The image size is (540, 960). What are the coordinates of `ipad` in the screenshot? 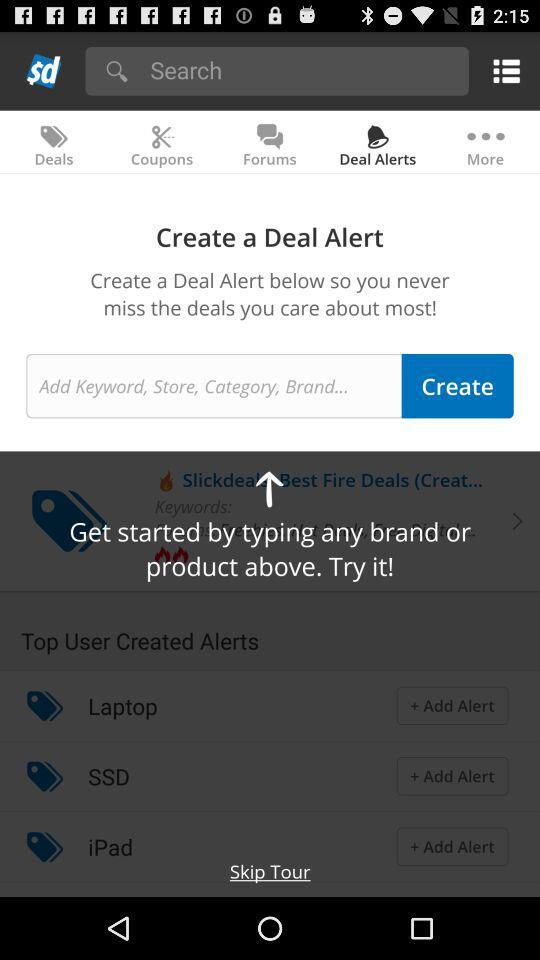 It's located at (110, 845).